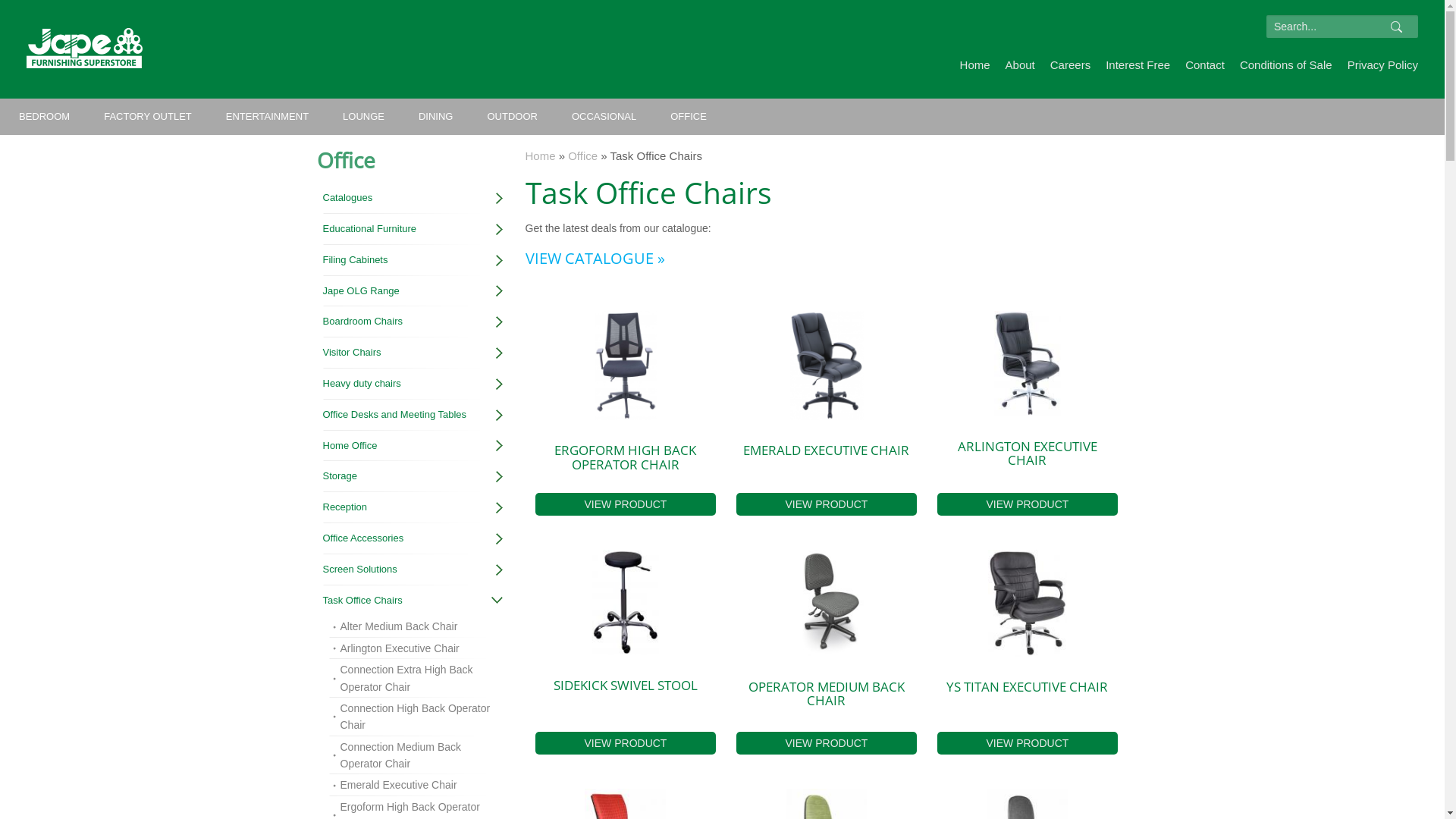 This screenshot has width=1456, height=819. I want to click on 'Office Accessories', so click(413, 538).